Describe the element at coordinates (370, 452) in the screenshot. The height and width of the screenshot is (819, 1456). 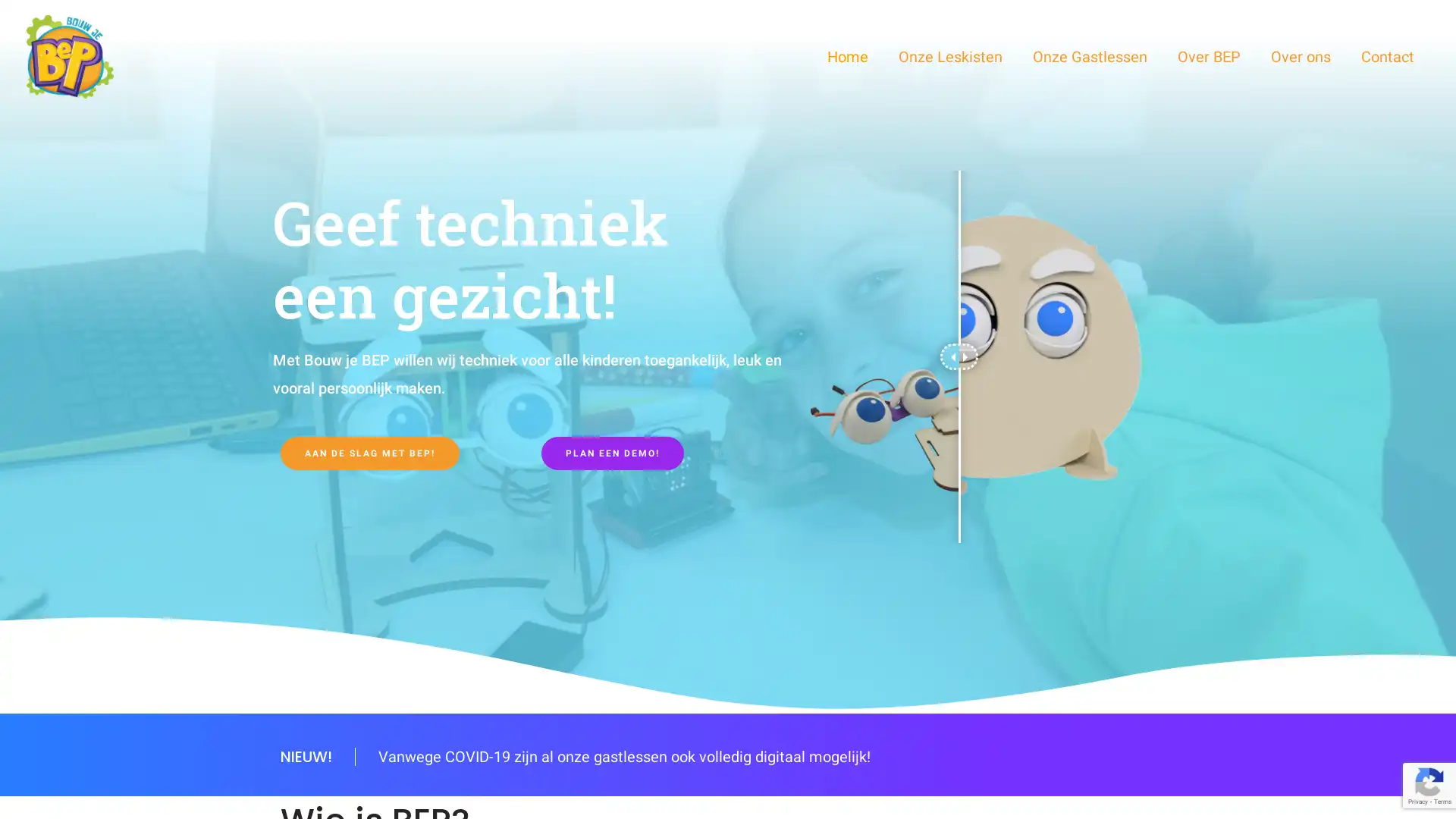
I see `AAN DE SLAG MET BEP!` at that location.